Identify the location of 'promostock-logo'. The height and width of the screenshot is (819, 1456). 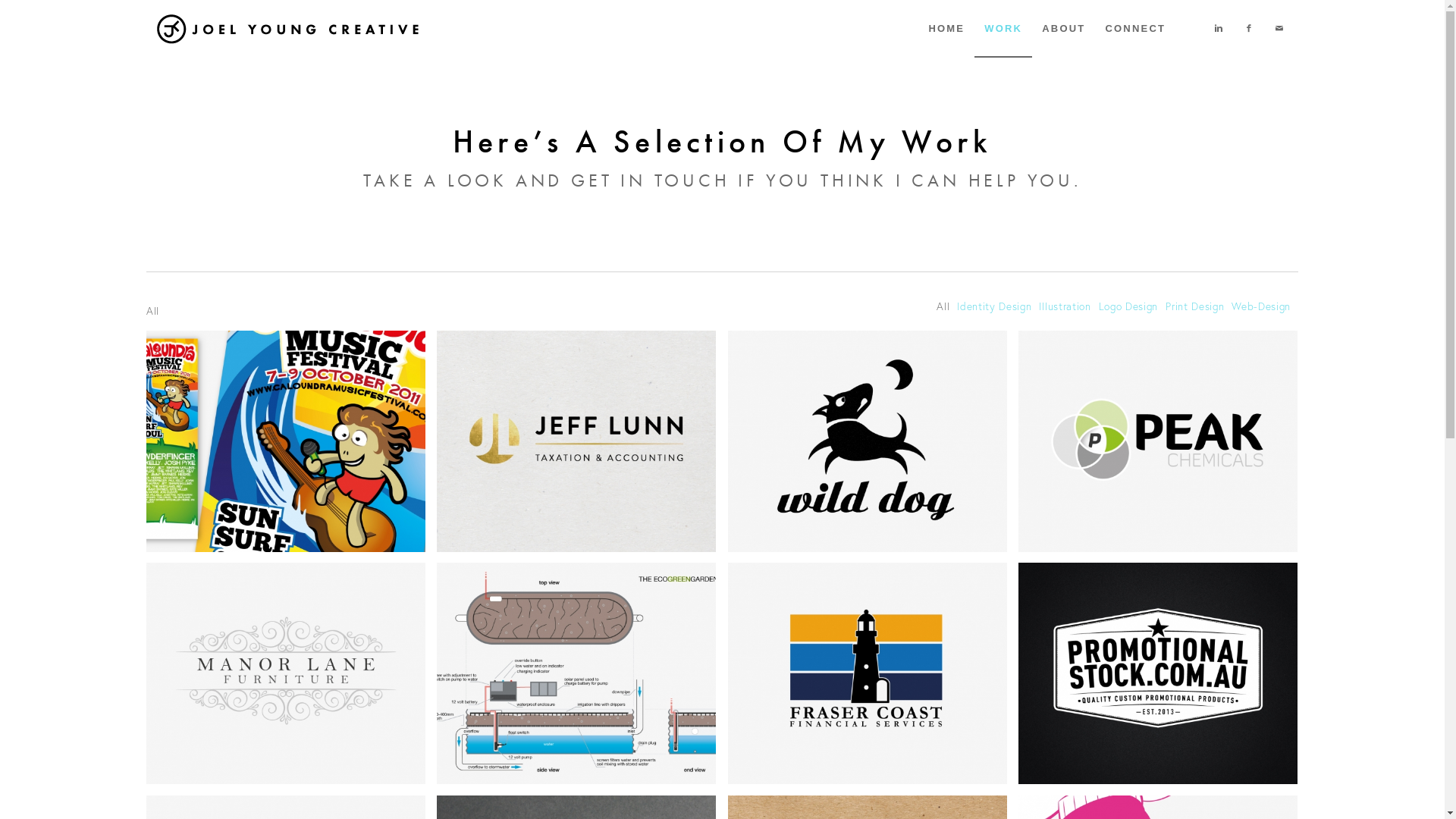
(1018, 678).